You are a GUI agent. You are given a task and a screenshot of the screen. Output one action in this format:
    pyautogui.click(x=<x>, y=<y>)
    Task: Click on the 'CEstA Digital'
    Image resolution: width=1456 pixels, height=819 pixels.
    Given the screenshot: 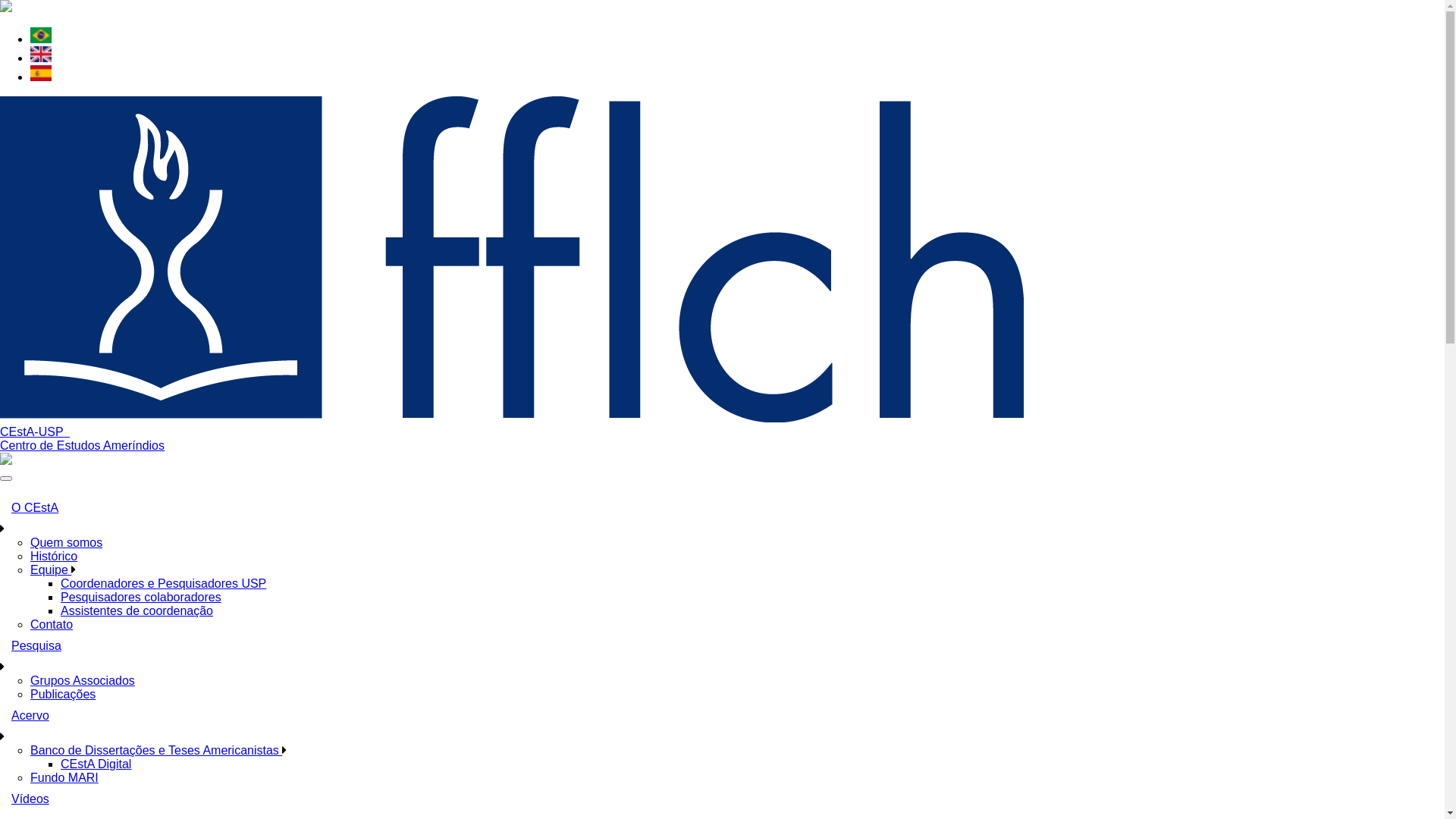 What is the action you would take?
    pyautogui.click(x=95, y=764)
    